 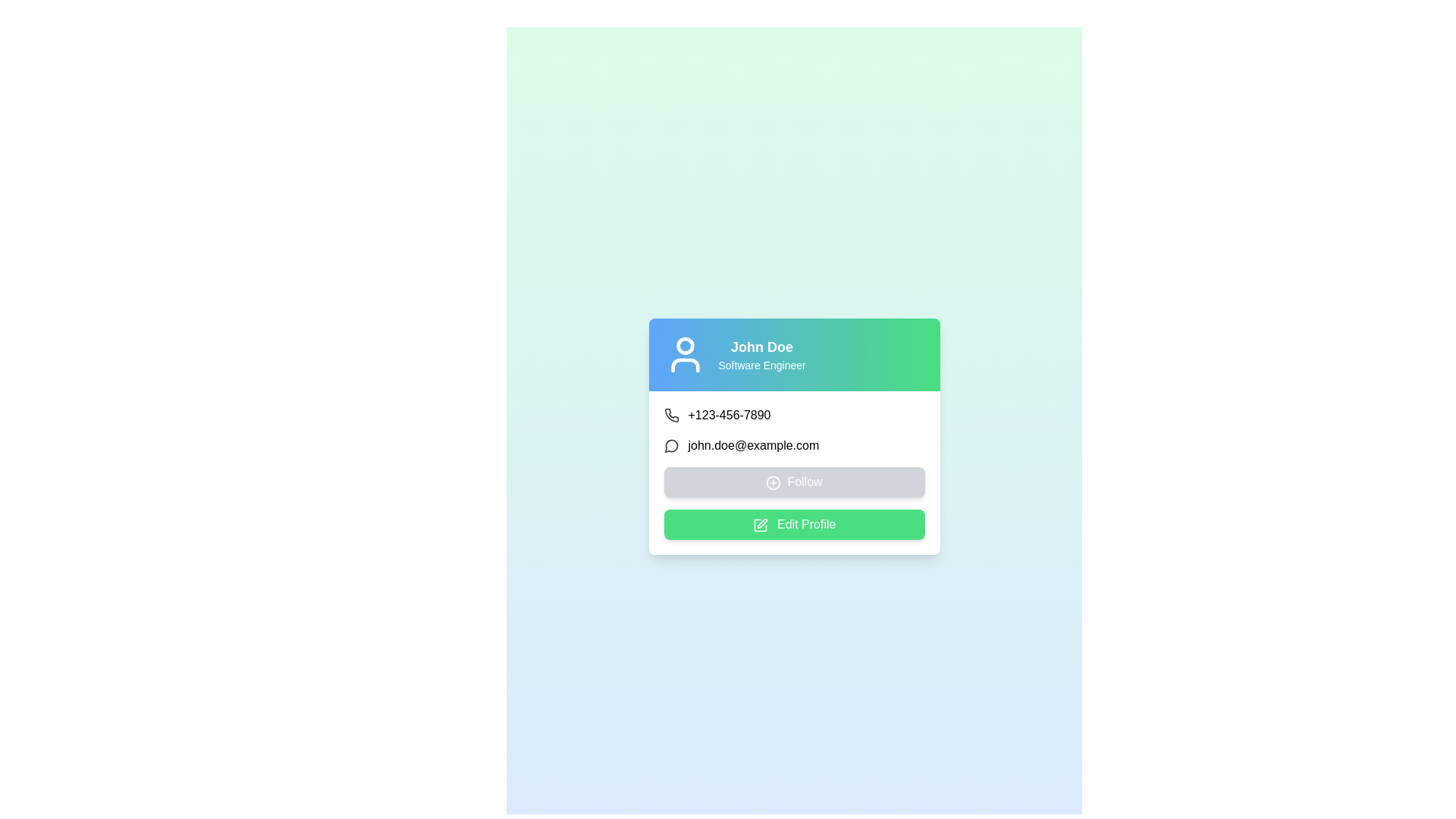 I want to click on vector graphic element located beneath the circular avatar graphic in the top section of the card using developer tools, so click(x=684, y=366).